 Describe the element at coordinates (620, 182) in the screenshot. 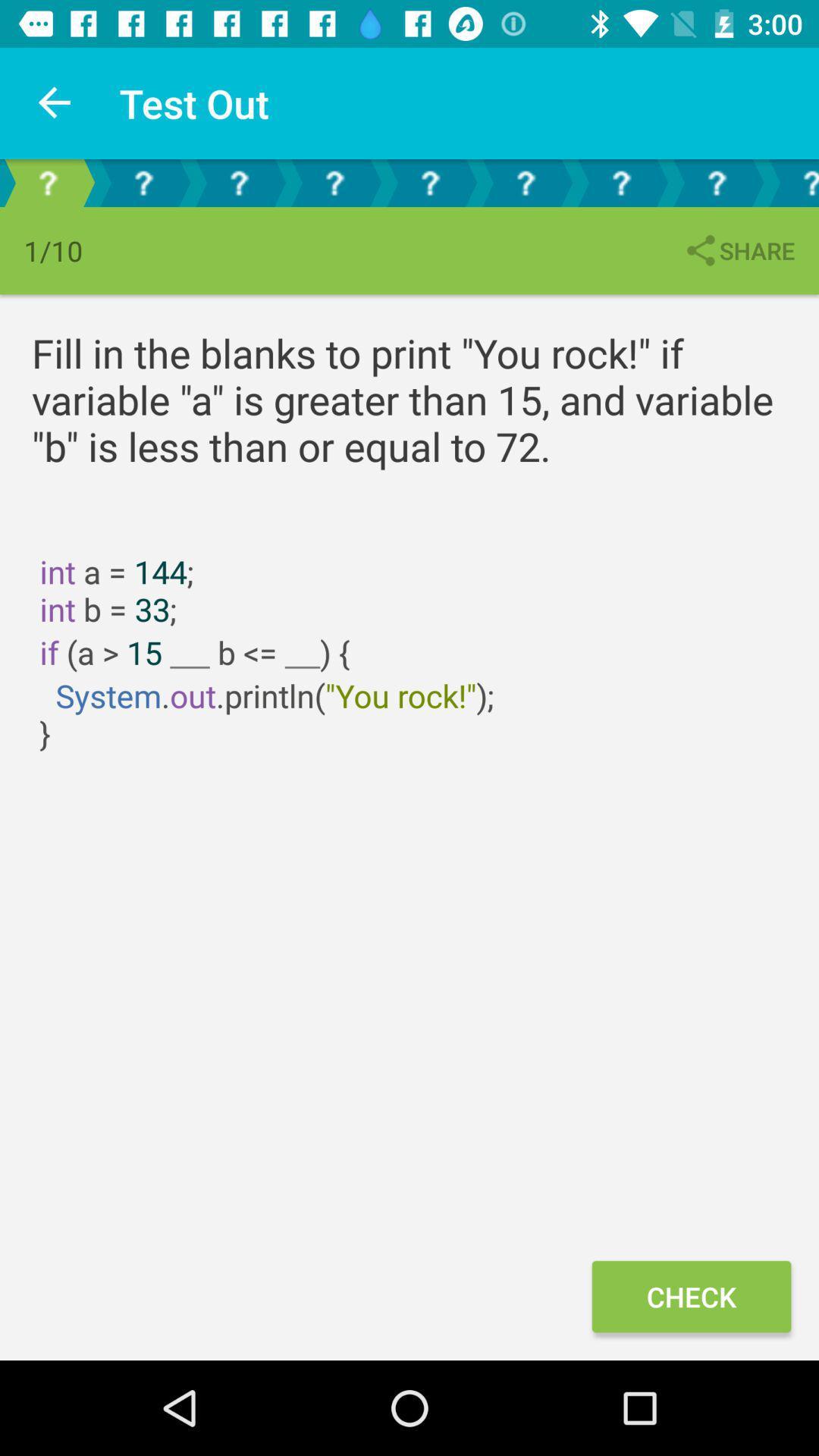

I see `the help icon` at that location.